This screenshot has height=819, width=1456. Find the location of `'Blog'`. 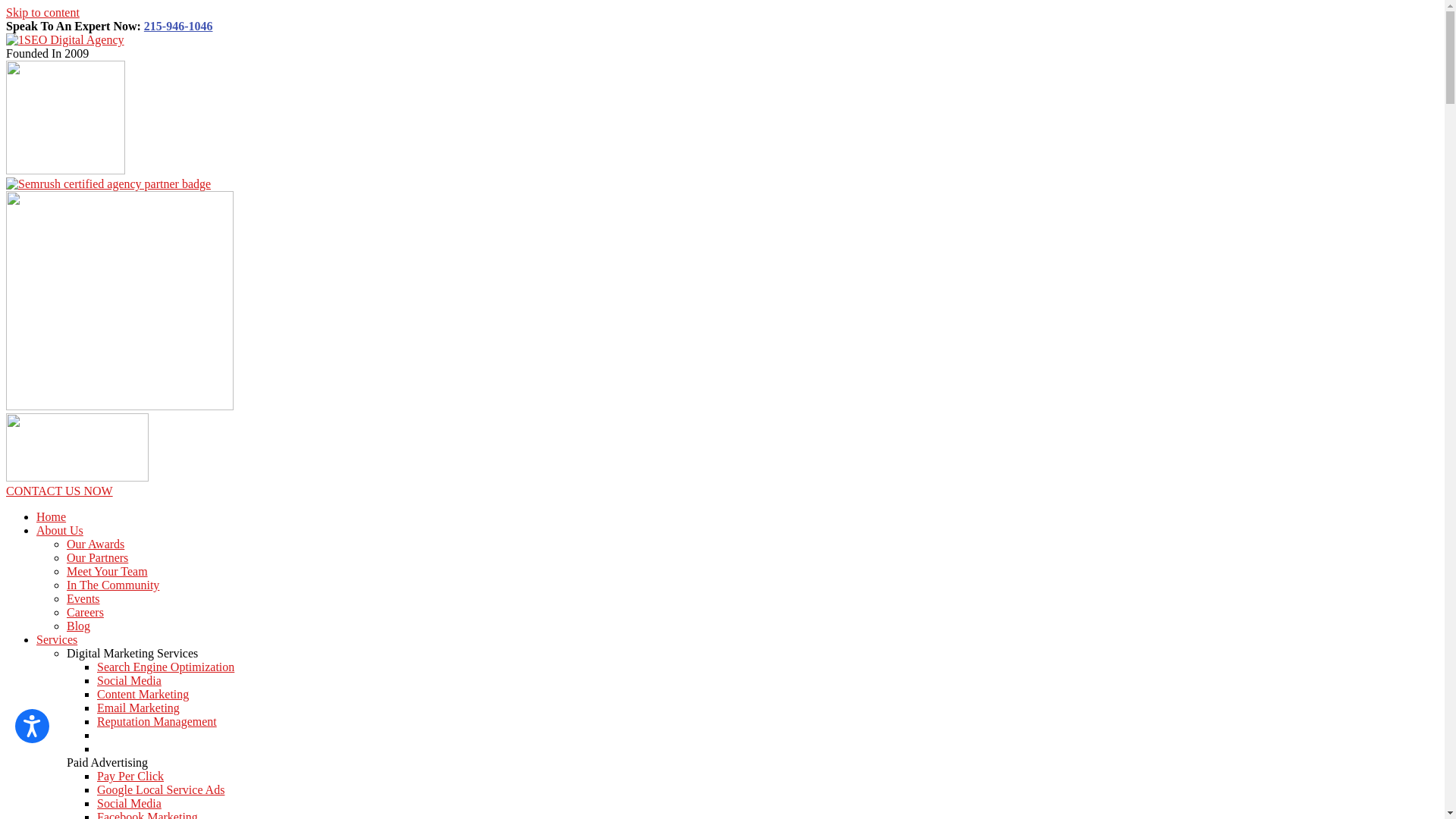

'Blog' is located at coordinates (77, 626).